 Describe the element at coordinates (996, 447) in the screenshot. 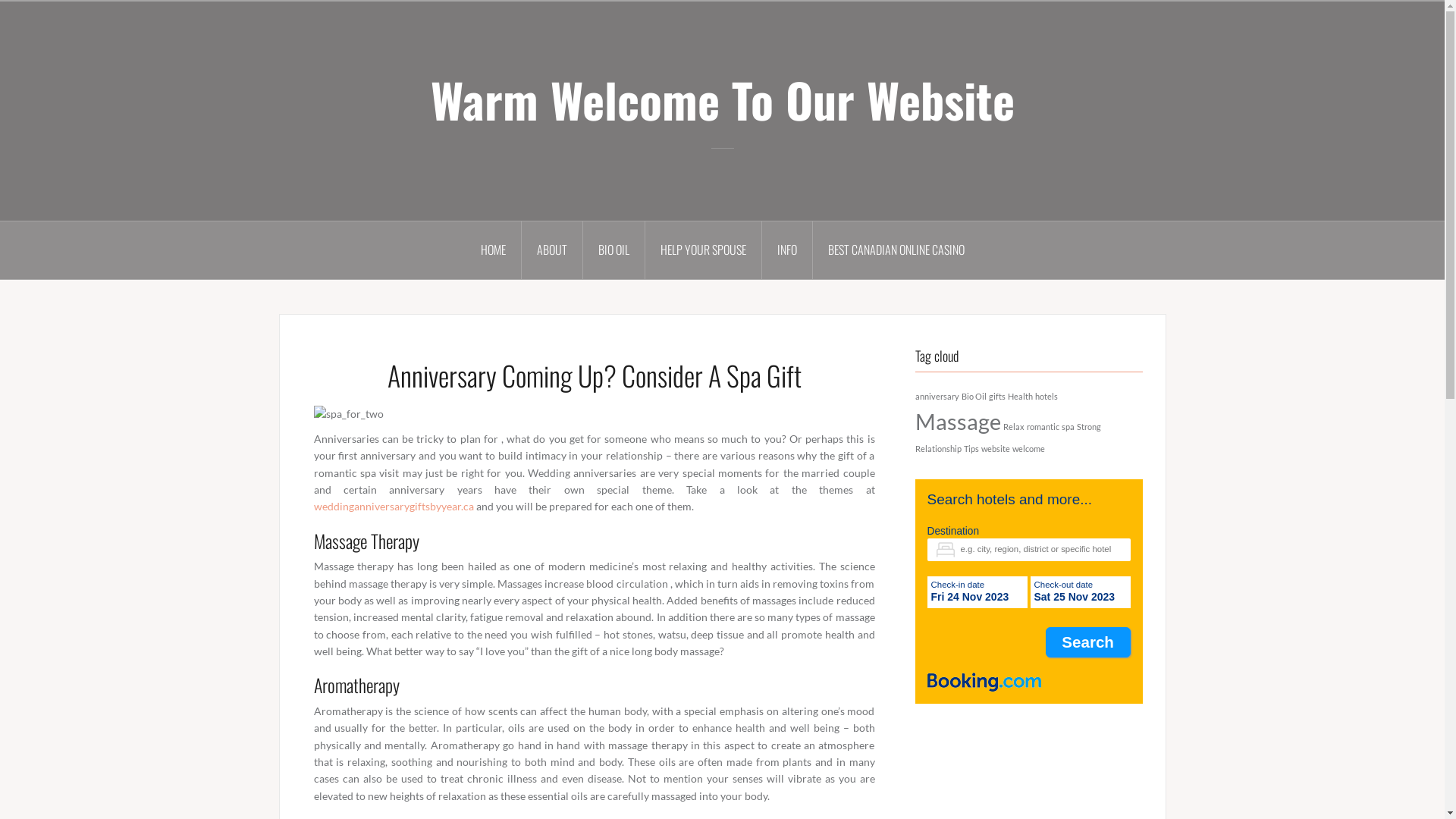

I see `'website'` at that location.